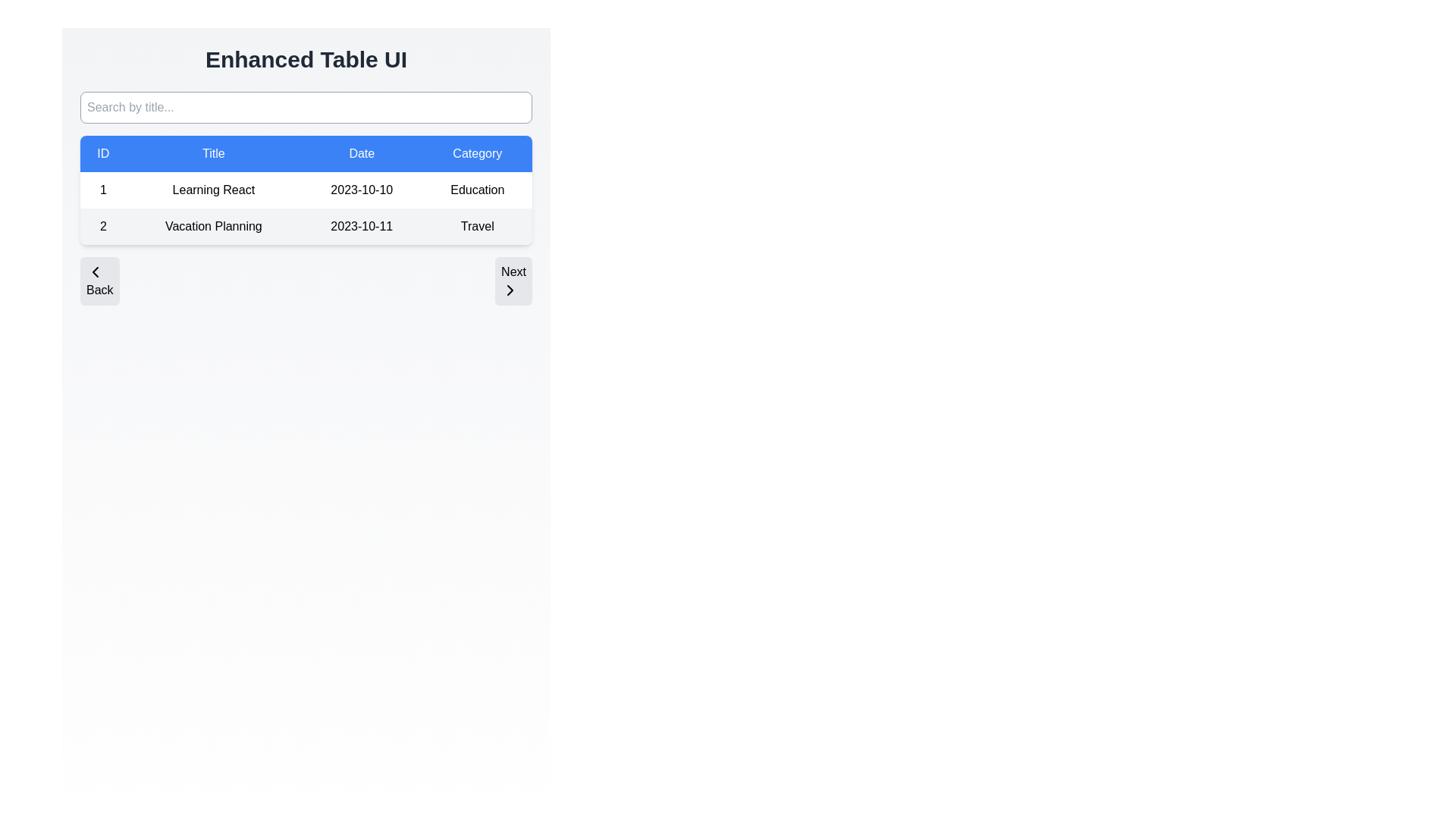 This screenshot has width=1456, height=819. Describe the element at coordinates (94, 271) in the screenshot. I see `the 'Back' button containing the left-facing chevron icon` at that location.